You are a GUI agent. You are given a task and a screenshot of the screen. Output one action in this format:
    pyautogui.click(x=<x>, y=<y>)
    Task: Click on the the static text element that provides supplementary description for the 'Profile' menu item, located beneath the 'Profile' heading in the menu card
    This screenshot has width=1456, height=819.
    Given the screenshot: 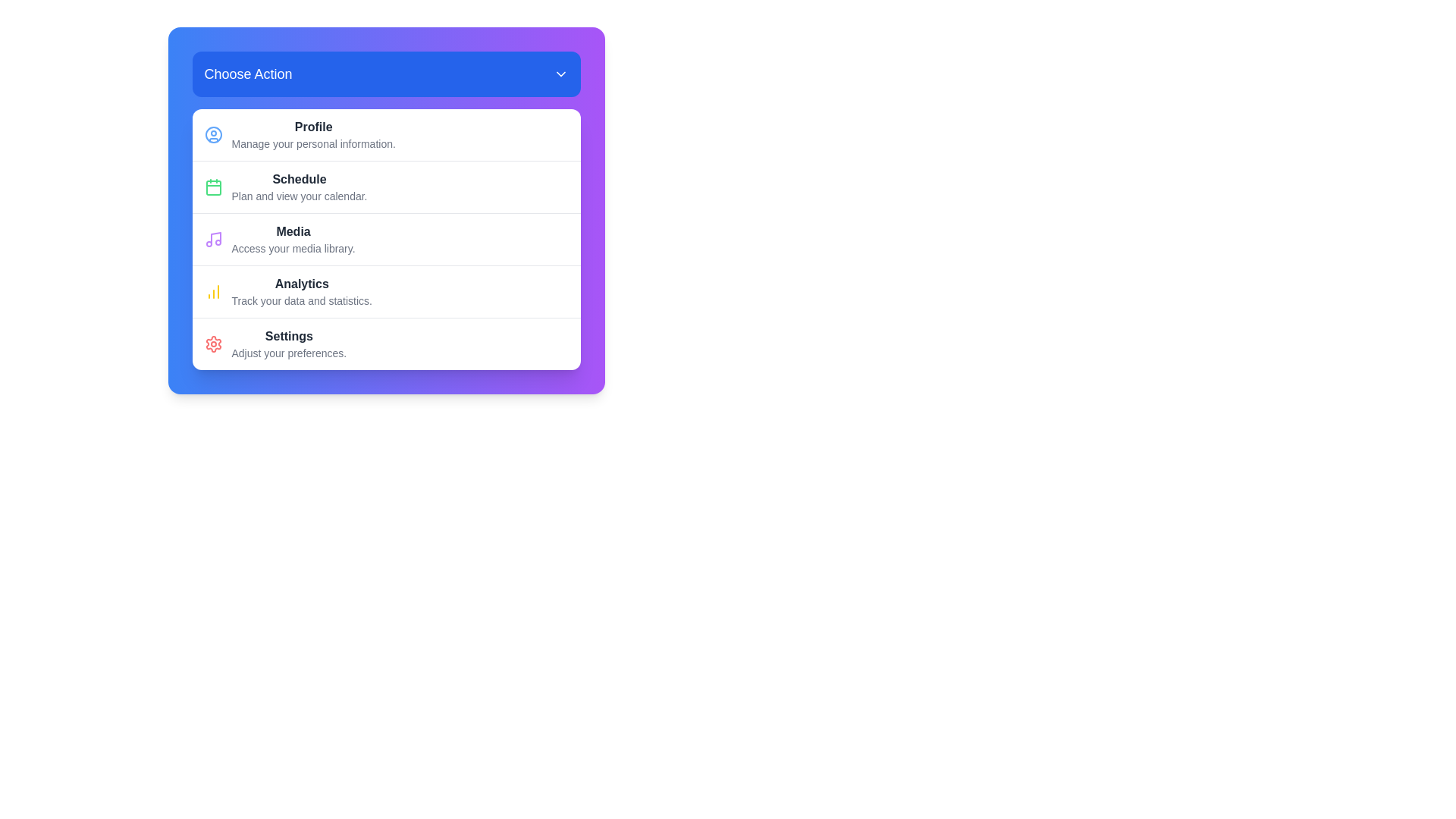 What is the action you would take?
    pyautogui.click(x=312, y=143)
    